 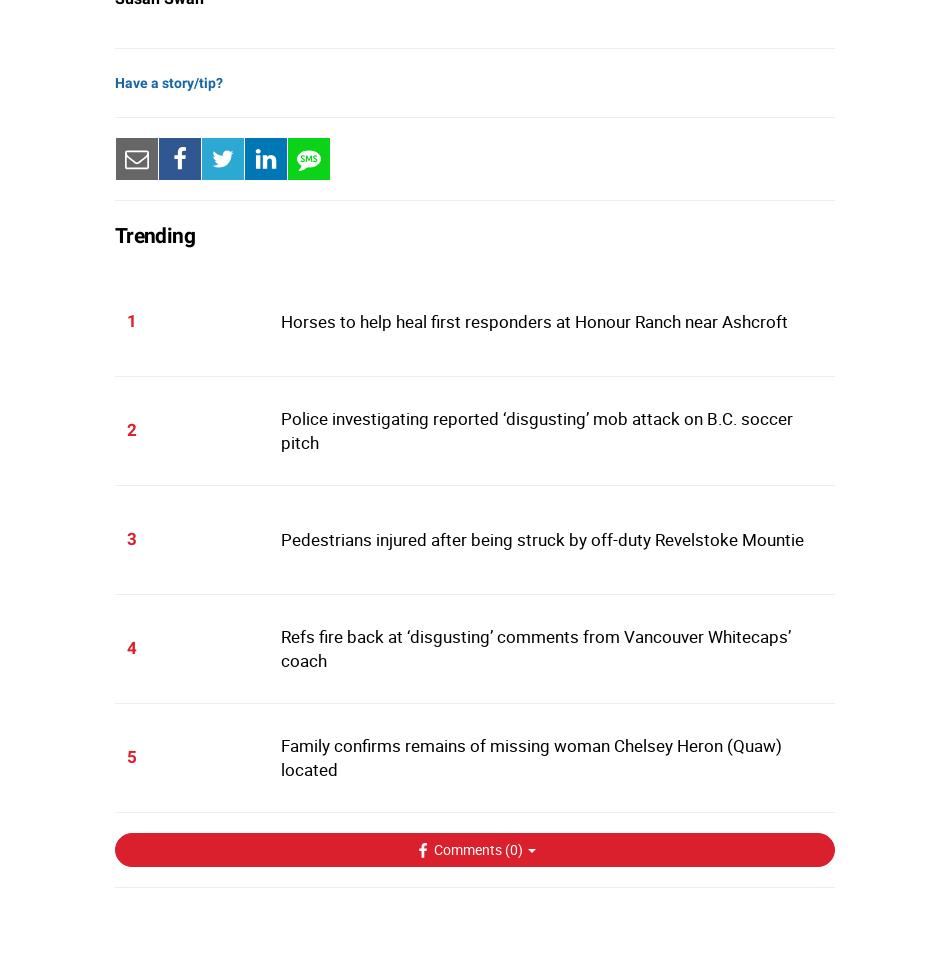 I want to click on 'Pedestrians injured after being struck by off-duty Revelstoke Mountie', so click(x=541, y=539).